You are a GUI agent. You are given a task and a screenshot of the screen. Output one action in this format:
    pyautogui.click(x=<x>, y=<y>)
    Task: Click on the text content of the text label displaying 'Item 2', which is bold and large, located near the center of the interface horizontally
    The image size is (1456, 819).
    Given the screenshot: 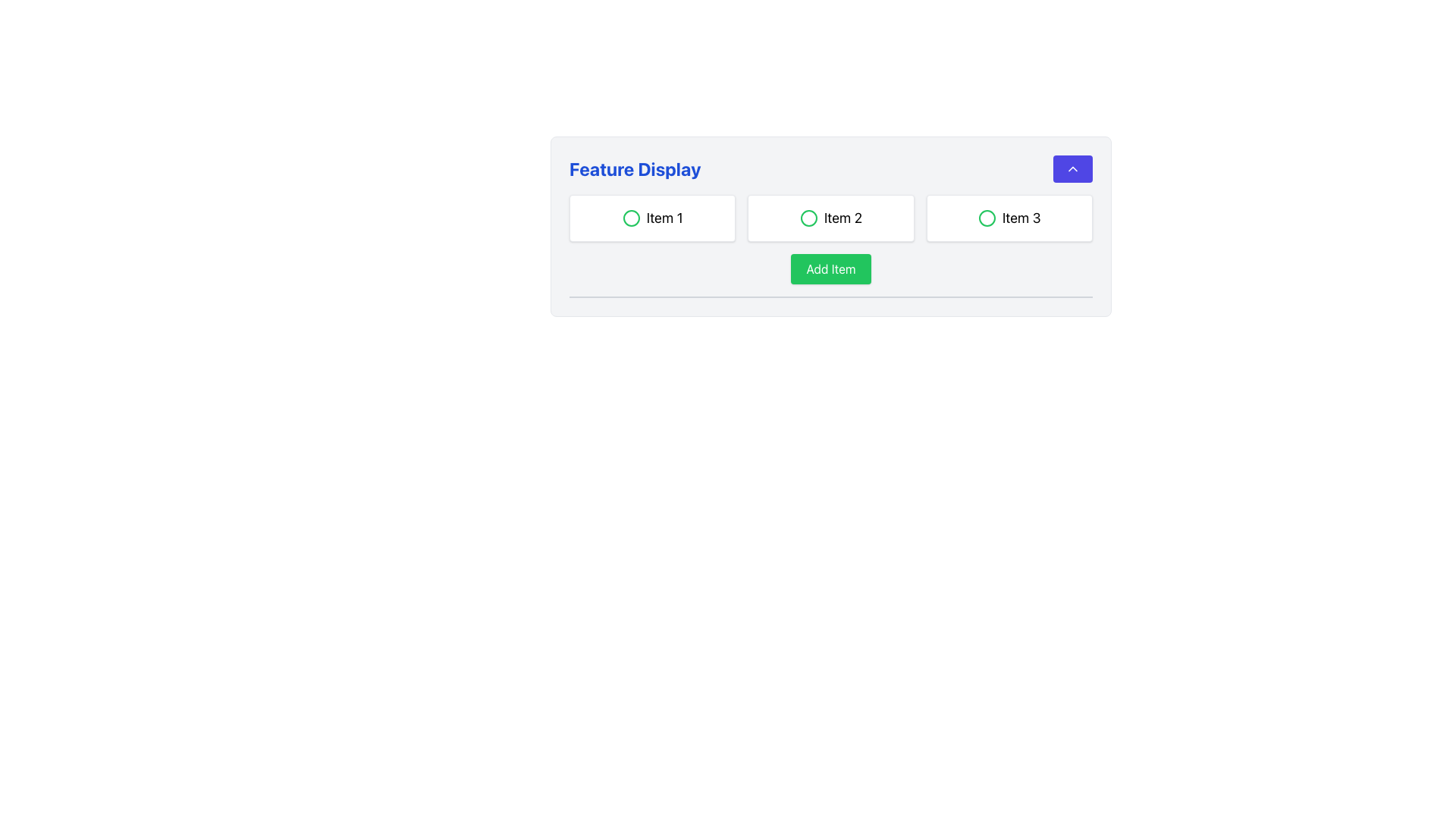 What is the action you would take?
    pyautogui.click(x=843, y=218)
    